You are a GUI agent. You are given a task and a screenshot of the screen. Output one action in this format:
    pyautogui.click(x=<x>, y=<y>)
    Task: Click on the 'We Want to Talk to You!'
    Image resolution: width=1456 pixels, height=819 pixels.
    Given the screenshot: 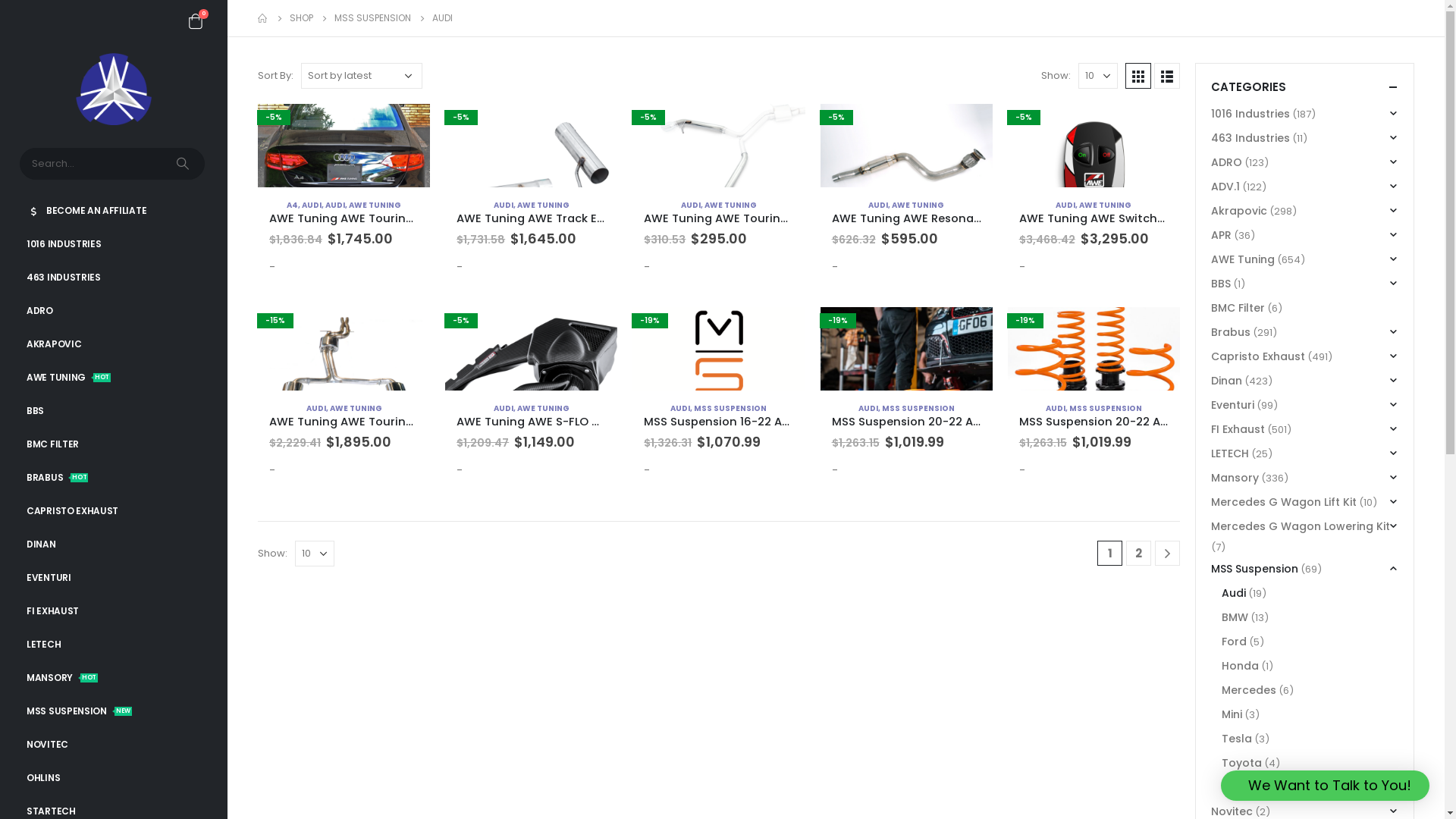 What is the action you would take?
    pyautogui.click(x=1220, y=785)
    